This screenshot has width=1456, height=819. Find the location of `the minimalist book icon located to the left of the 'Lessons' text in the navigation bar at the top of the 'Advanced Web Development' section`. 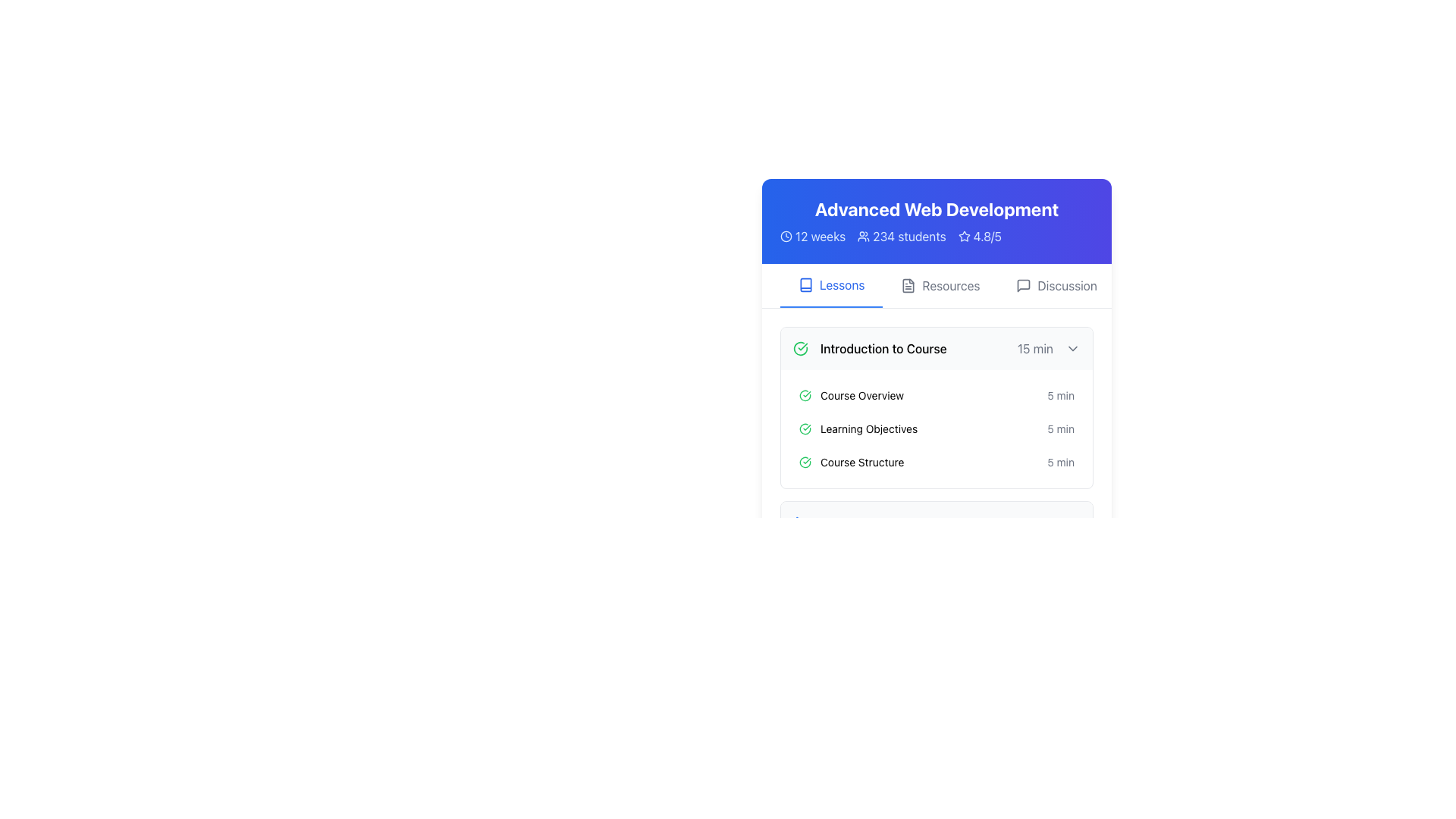

the minimalist book icon located to the left of the 'Lessons' text in the navigation bar at the top of the 'Advanced Web Development' section is located at coordinates (805, 284).